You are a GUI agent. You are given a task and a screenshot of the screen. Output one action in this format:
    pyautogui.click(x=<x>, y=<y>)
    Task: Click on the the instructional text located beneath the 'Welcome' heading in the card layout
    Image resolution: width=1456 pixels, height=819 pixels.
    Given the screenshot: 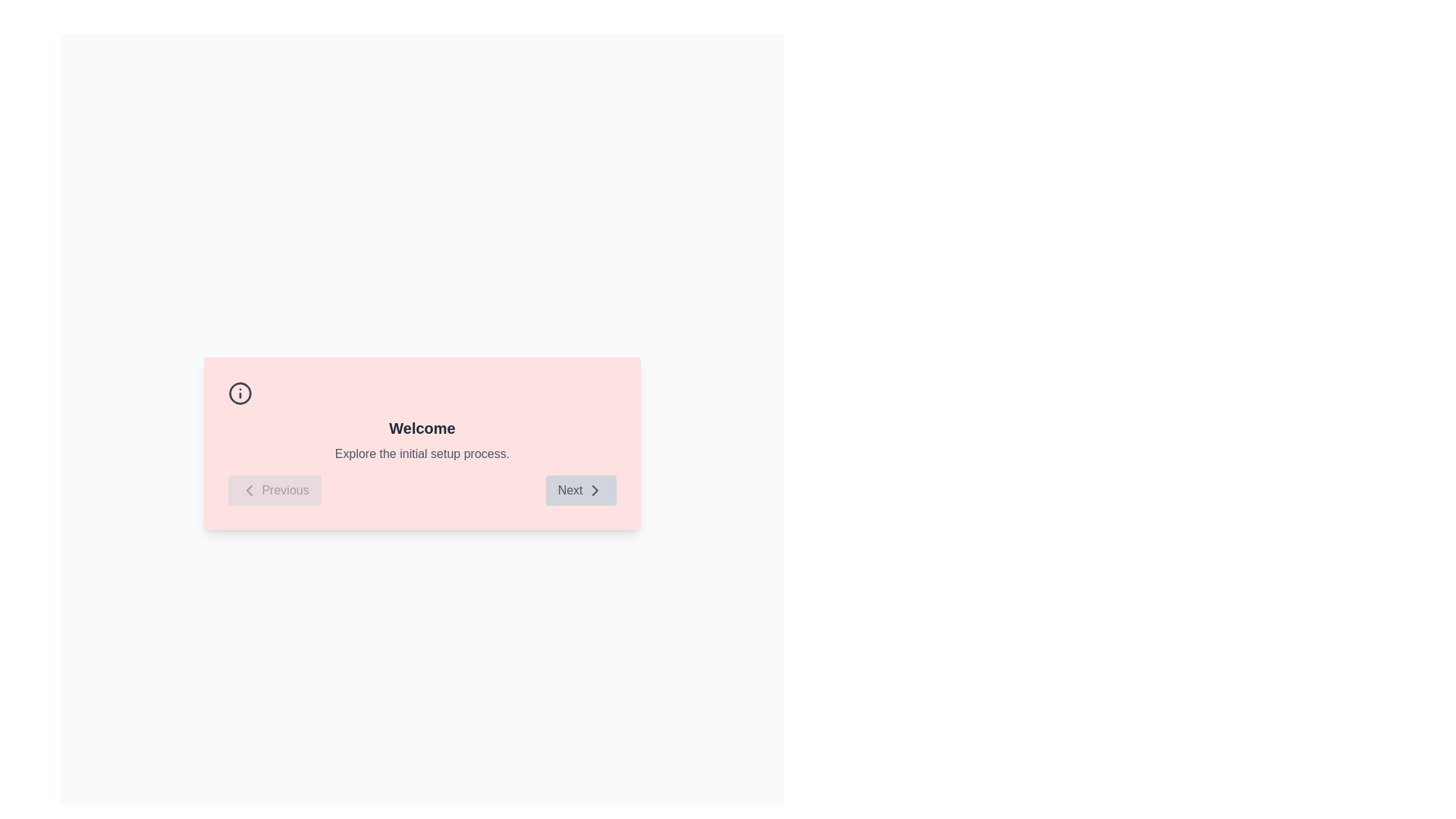 What is the action you would take?
    pyautogui.click(x=422, y=452)
    